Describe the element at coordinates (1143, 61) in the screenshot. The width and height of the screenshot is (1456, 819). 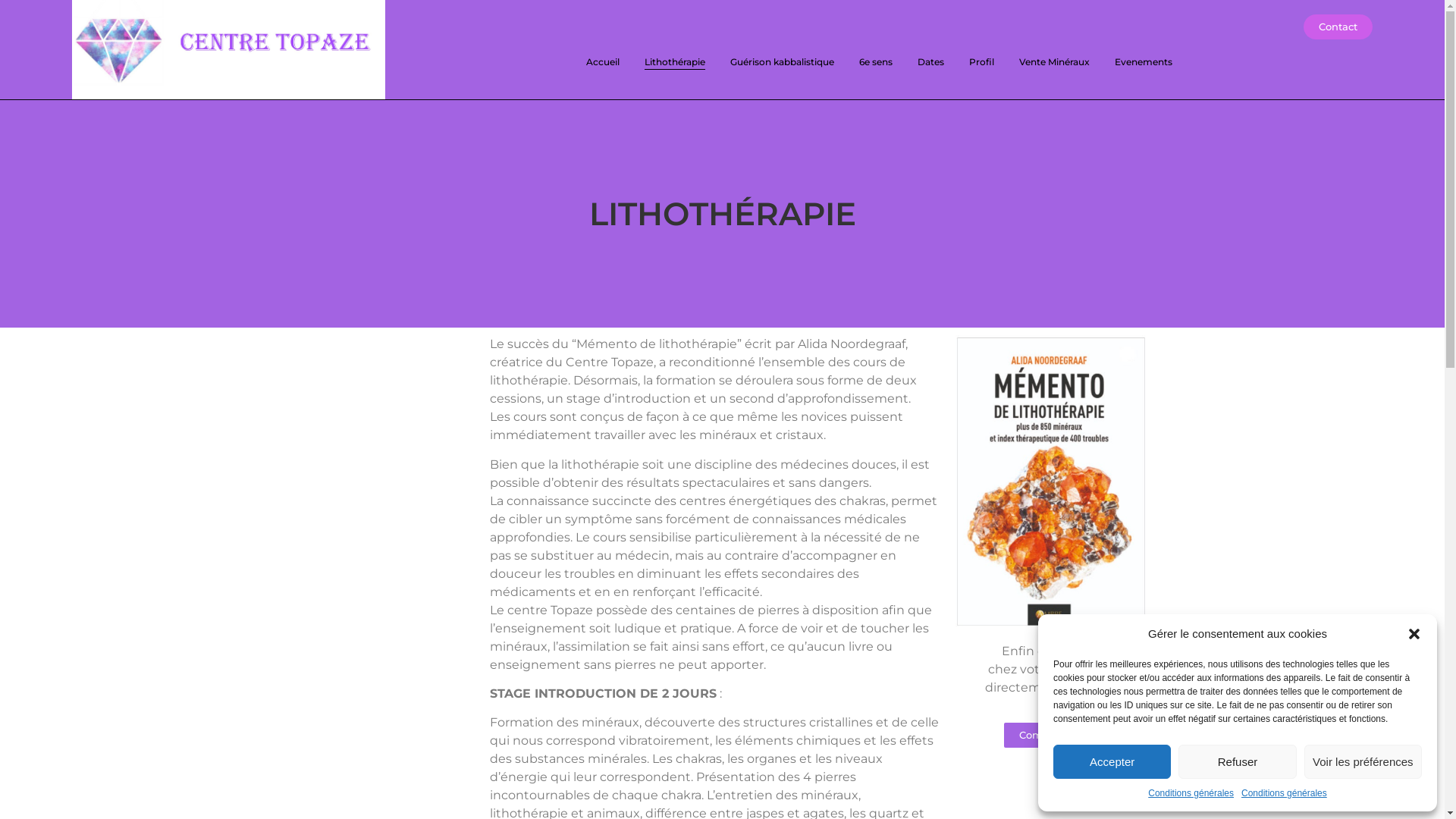
I see `'Evenements'` at that location.